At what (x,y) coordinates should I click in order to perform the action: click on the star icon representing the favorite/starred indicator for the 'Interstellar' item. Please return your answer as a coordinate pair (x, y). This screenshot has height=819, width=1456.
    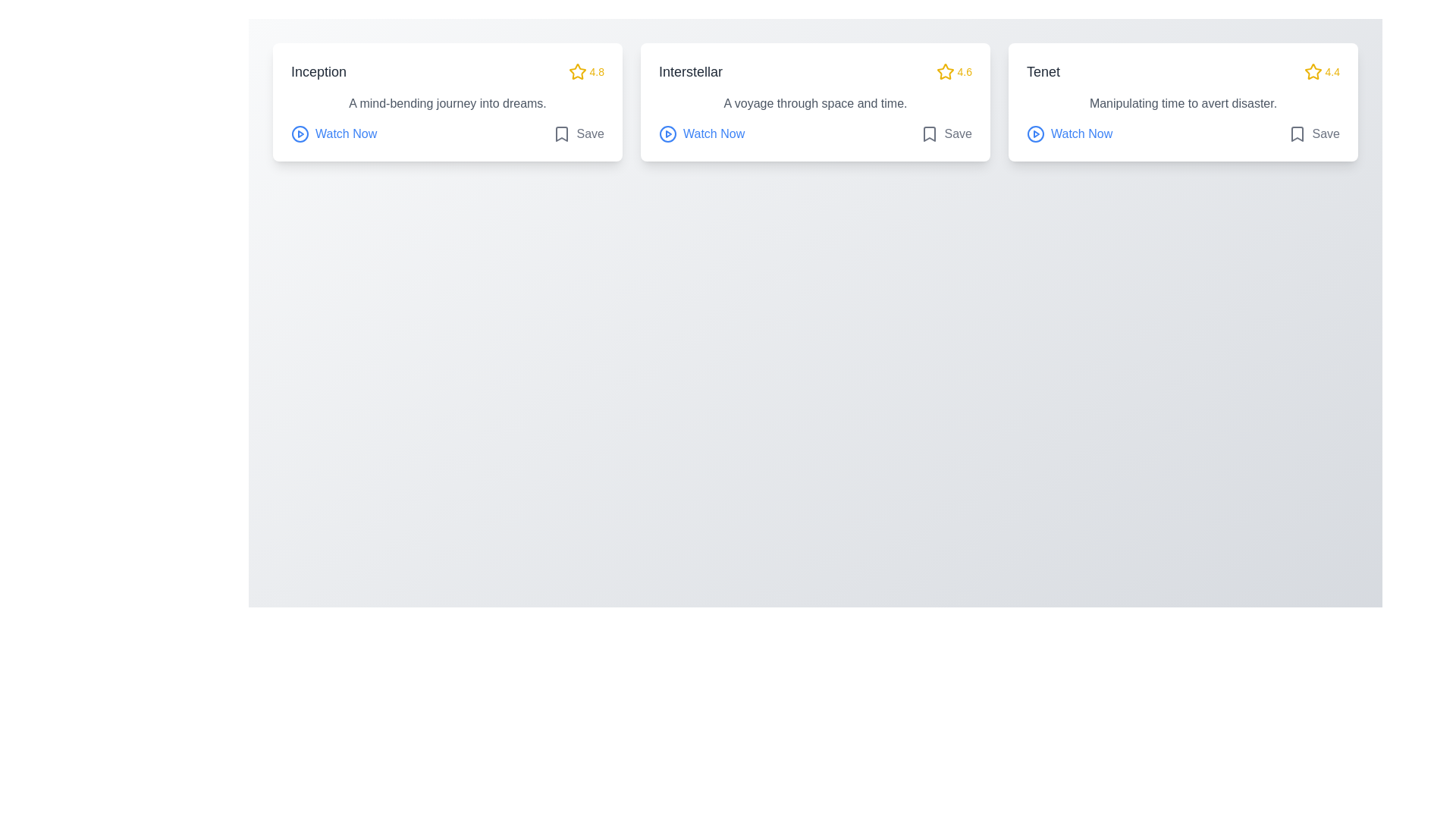
    Looking at the image, I should click on (944, 72).